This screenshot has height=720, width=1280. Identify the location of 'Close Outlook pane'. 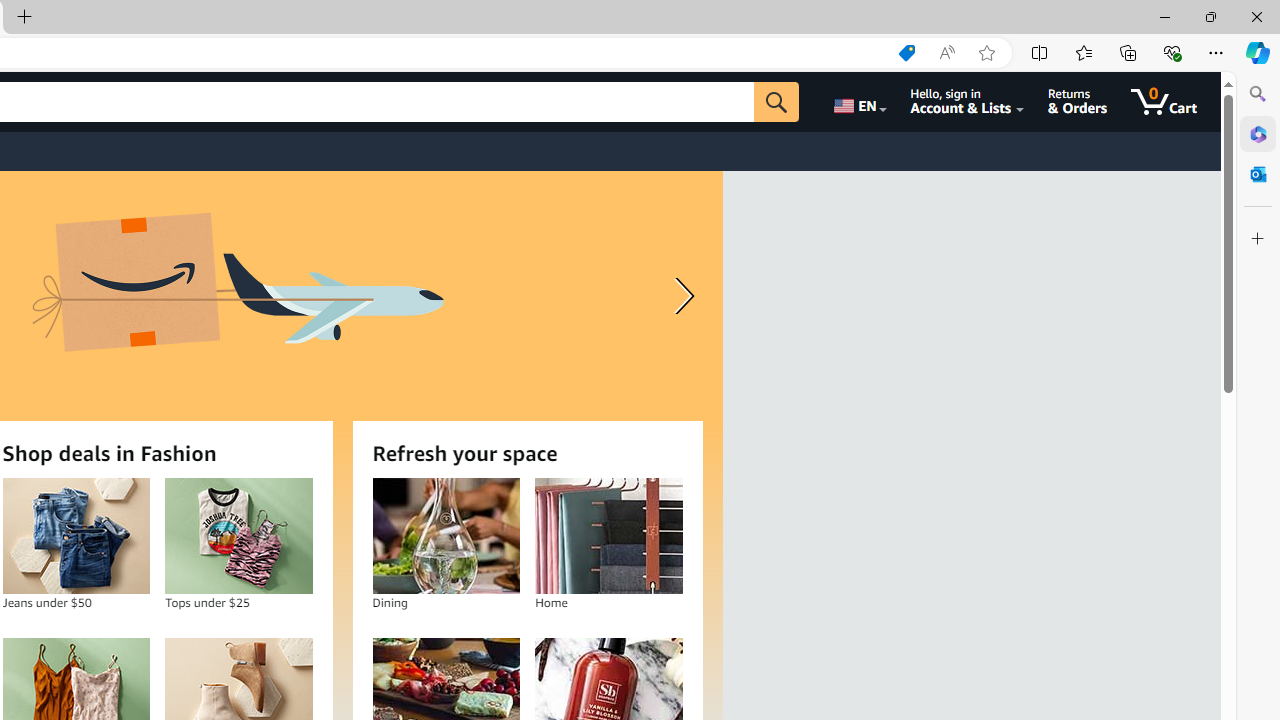
(1257, 173).